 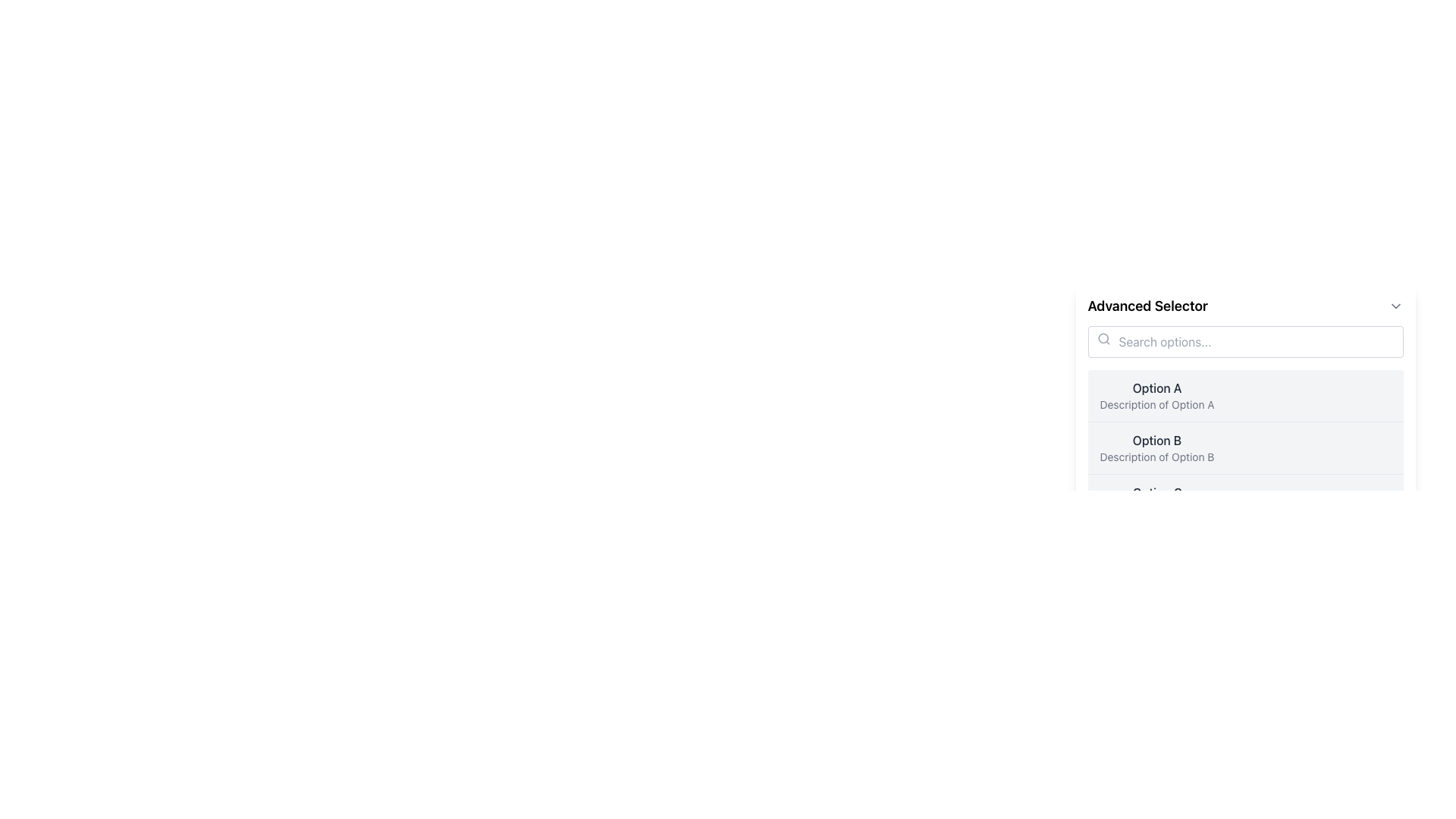 I want to click on the search icon located at the top-left corner of the 'Search options...' input box, so click(x=1103, y=338).